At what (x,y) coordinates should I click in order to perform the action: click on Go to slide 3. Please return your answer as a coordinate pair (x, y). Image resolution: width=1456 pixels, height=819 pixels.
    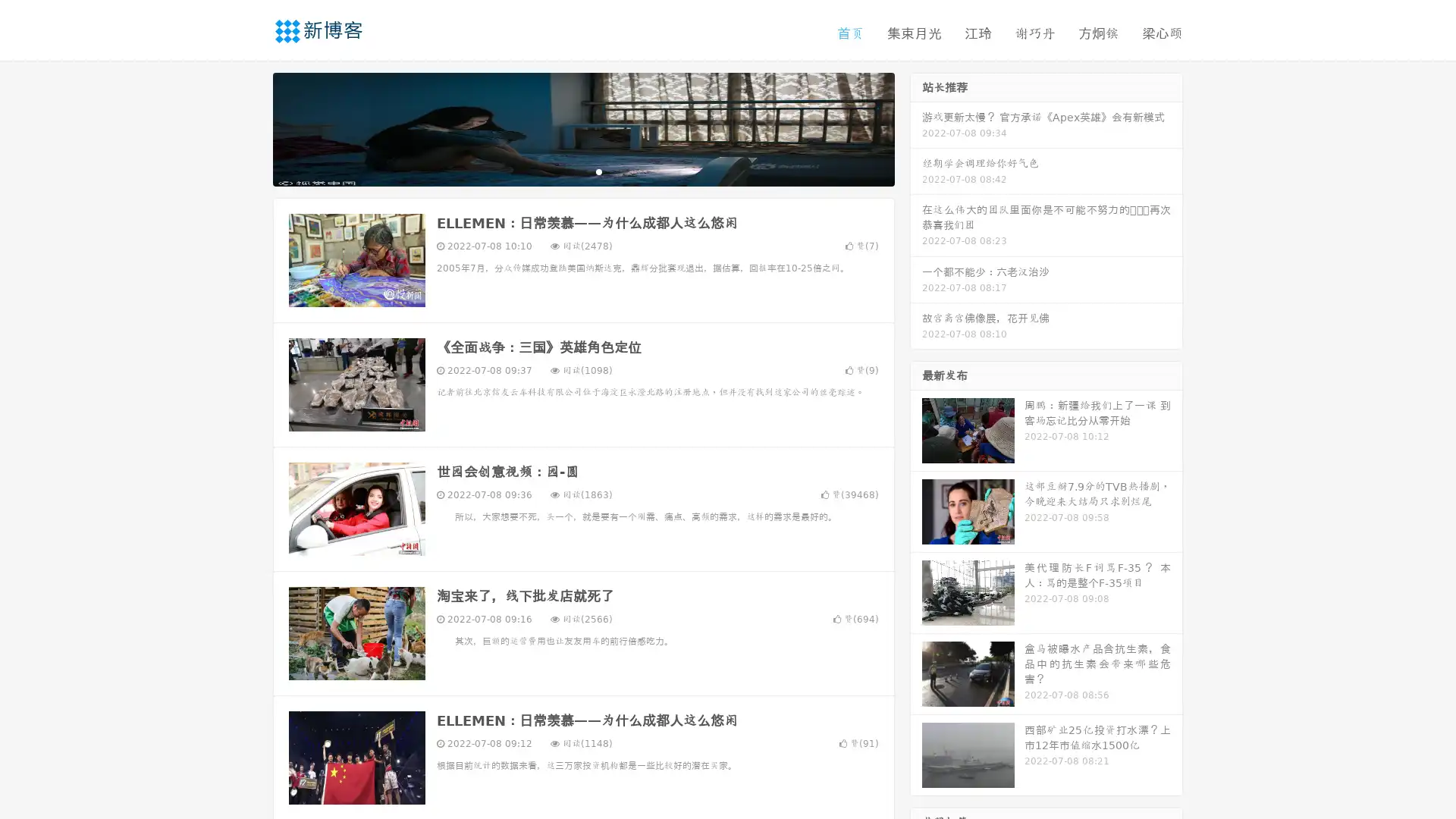
    Looking at the image, I should click on (598, 171).